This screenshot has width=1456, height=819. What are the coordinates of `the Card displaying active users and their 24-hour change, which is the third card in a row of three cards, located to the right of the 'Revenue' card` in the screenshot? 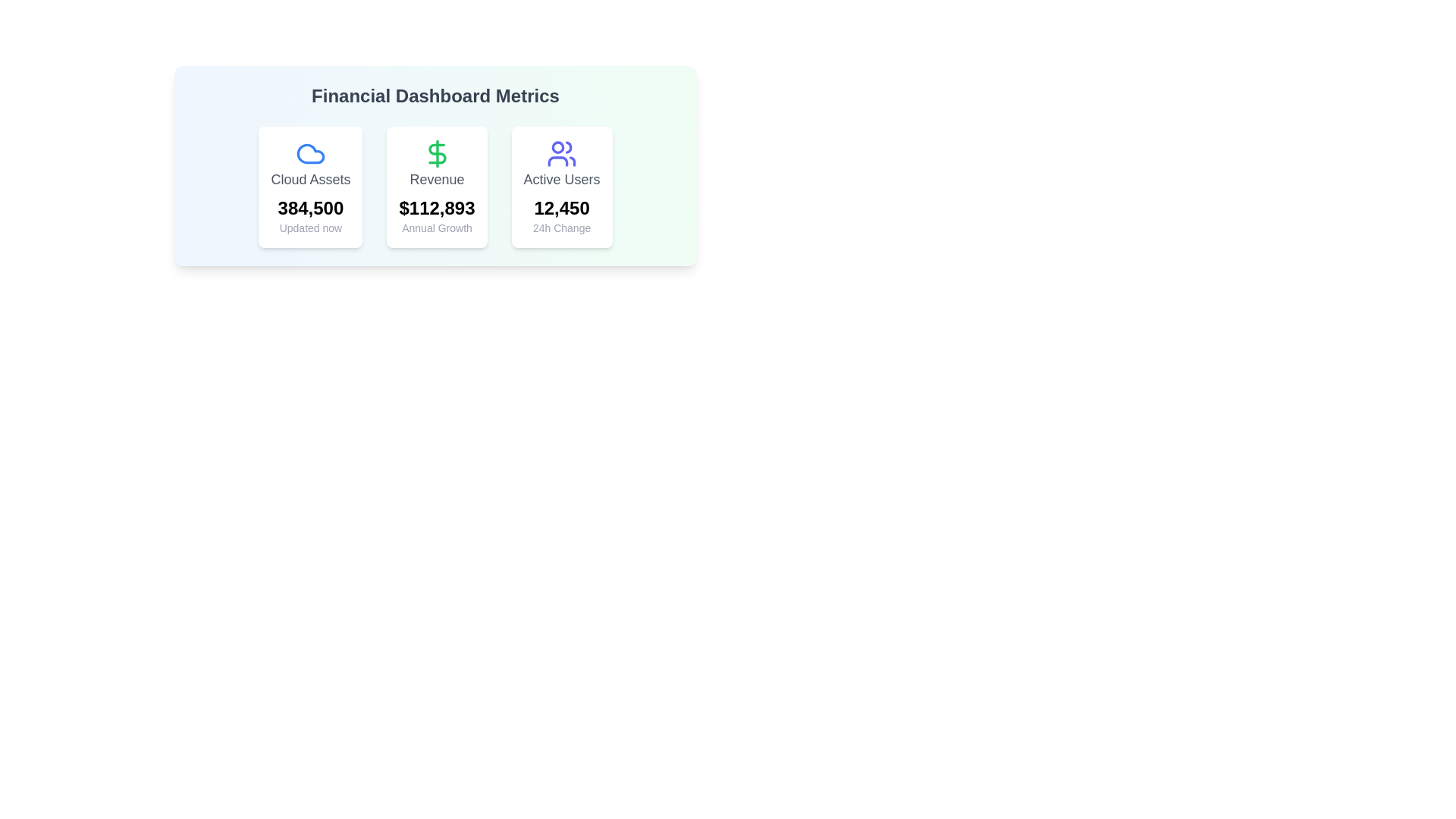 It's located at (561, 186).